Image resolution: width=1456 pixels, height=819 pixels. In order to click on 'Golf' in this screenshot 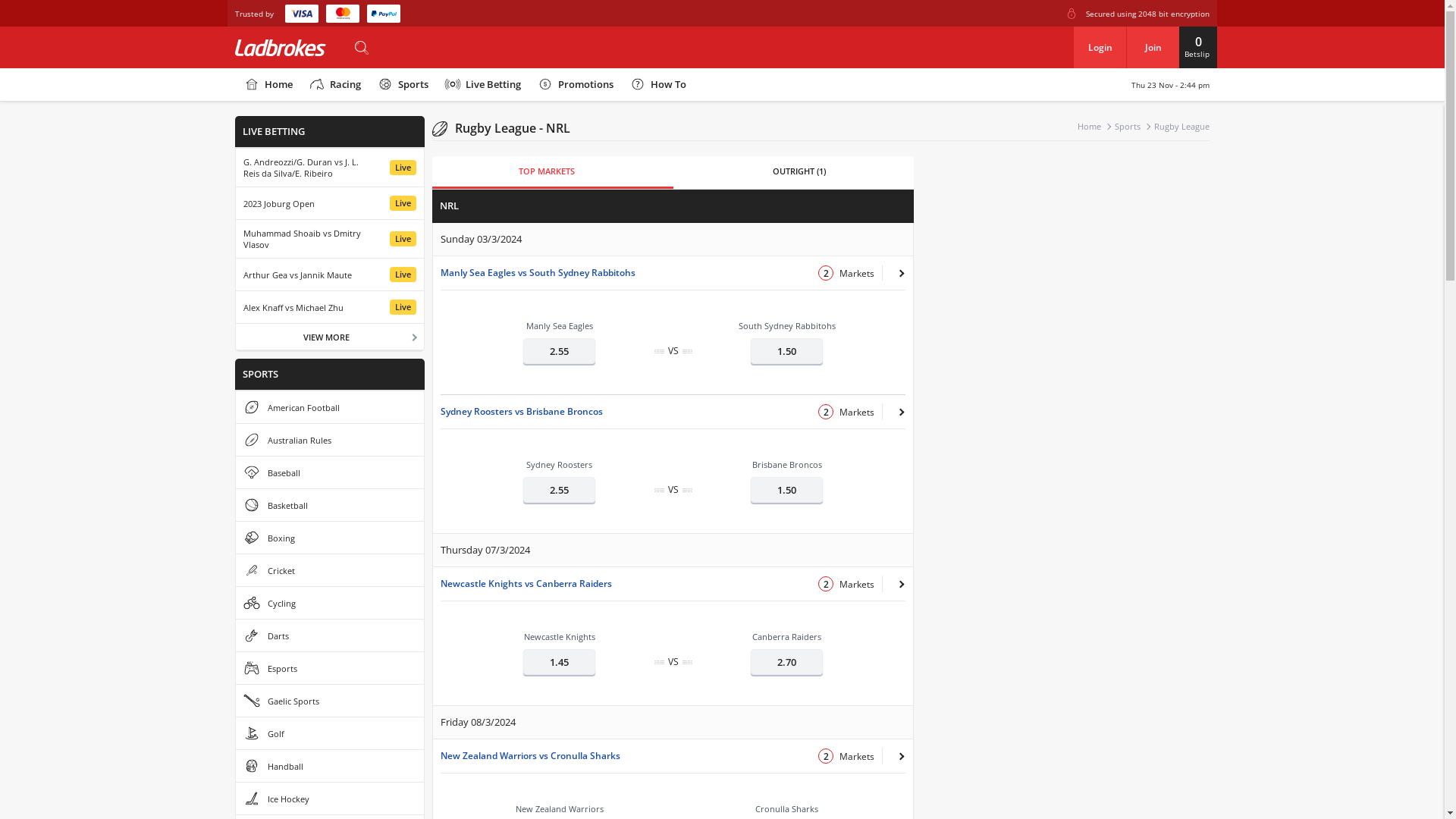, I will do `click(329, 733)`.